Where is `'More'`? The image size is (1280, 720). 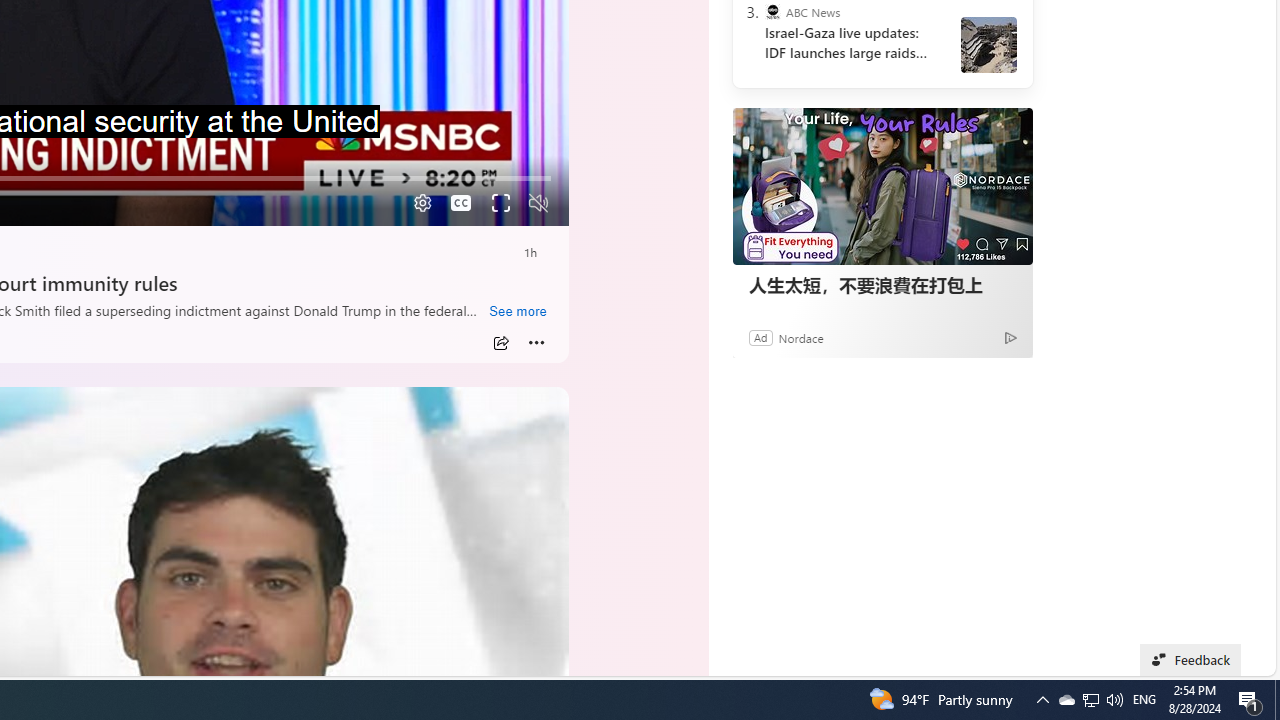 'More' is located at coordinates (536, 342).